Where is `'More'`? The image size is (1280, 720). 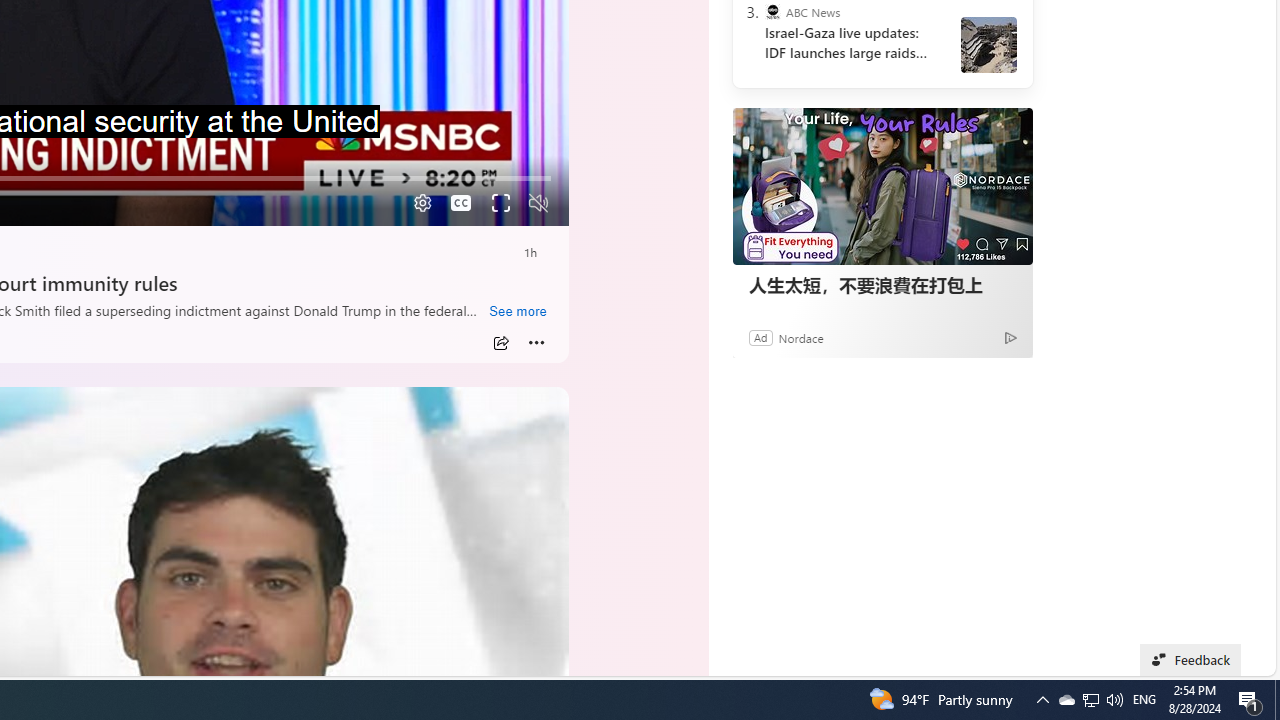 'More' is located at coordinates (536, 342).